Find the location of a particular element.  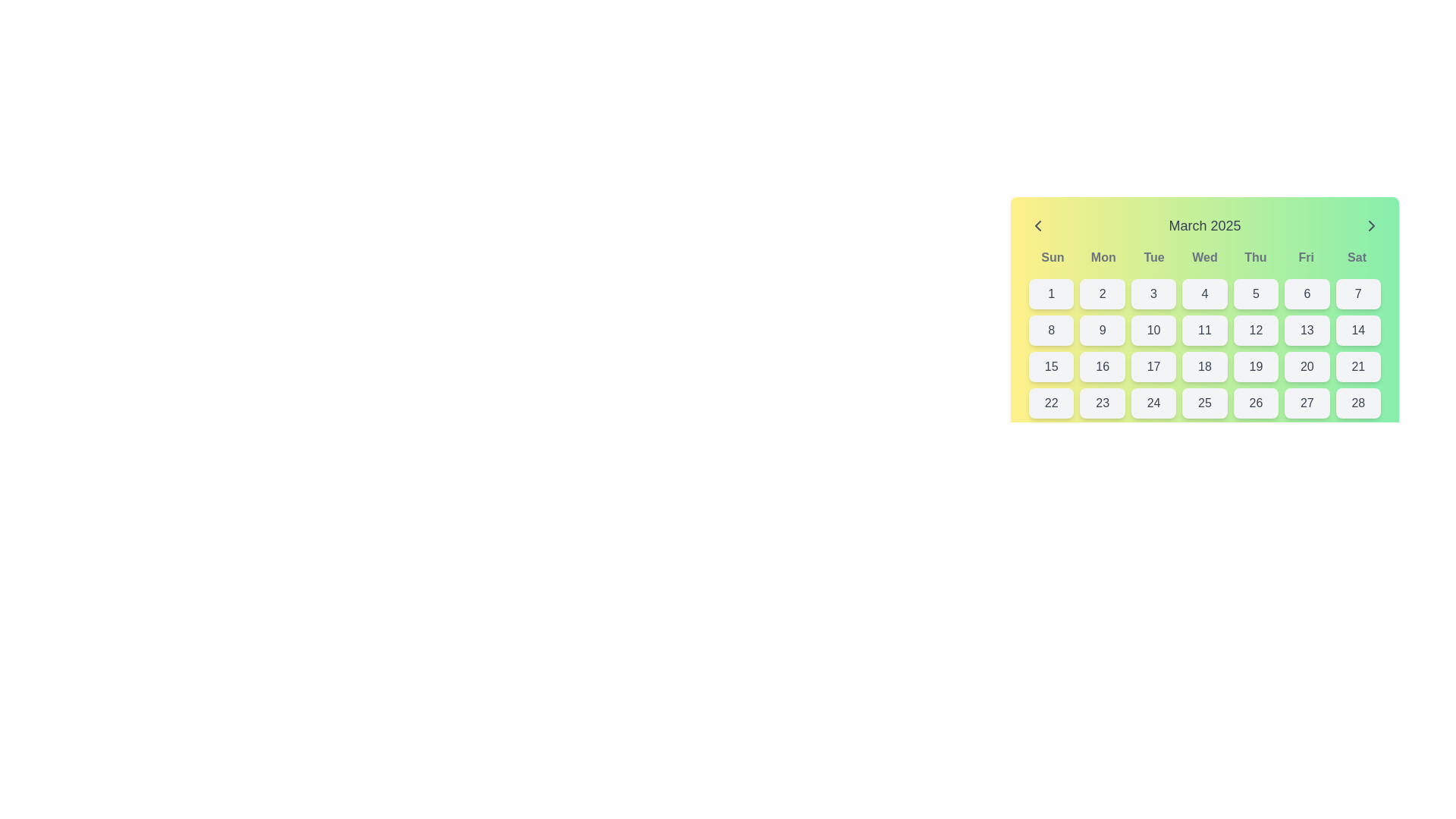

the button representing the second day in the calendar grid is located at coordinates (1103, 294).